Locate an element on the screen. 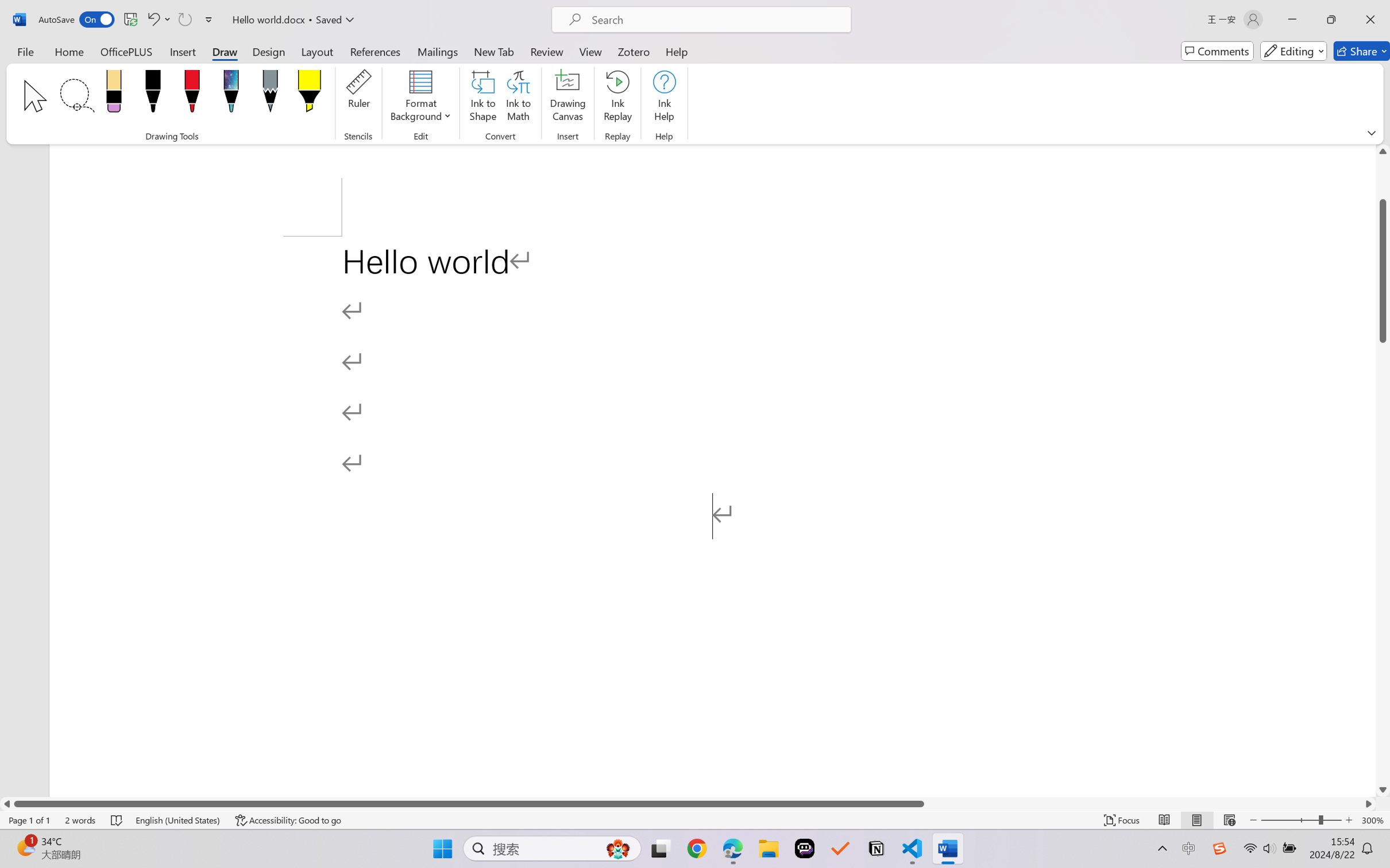 The image size is (1390, 868). 'Ribbon Display Options' is located at coordinates (1371, 133).